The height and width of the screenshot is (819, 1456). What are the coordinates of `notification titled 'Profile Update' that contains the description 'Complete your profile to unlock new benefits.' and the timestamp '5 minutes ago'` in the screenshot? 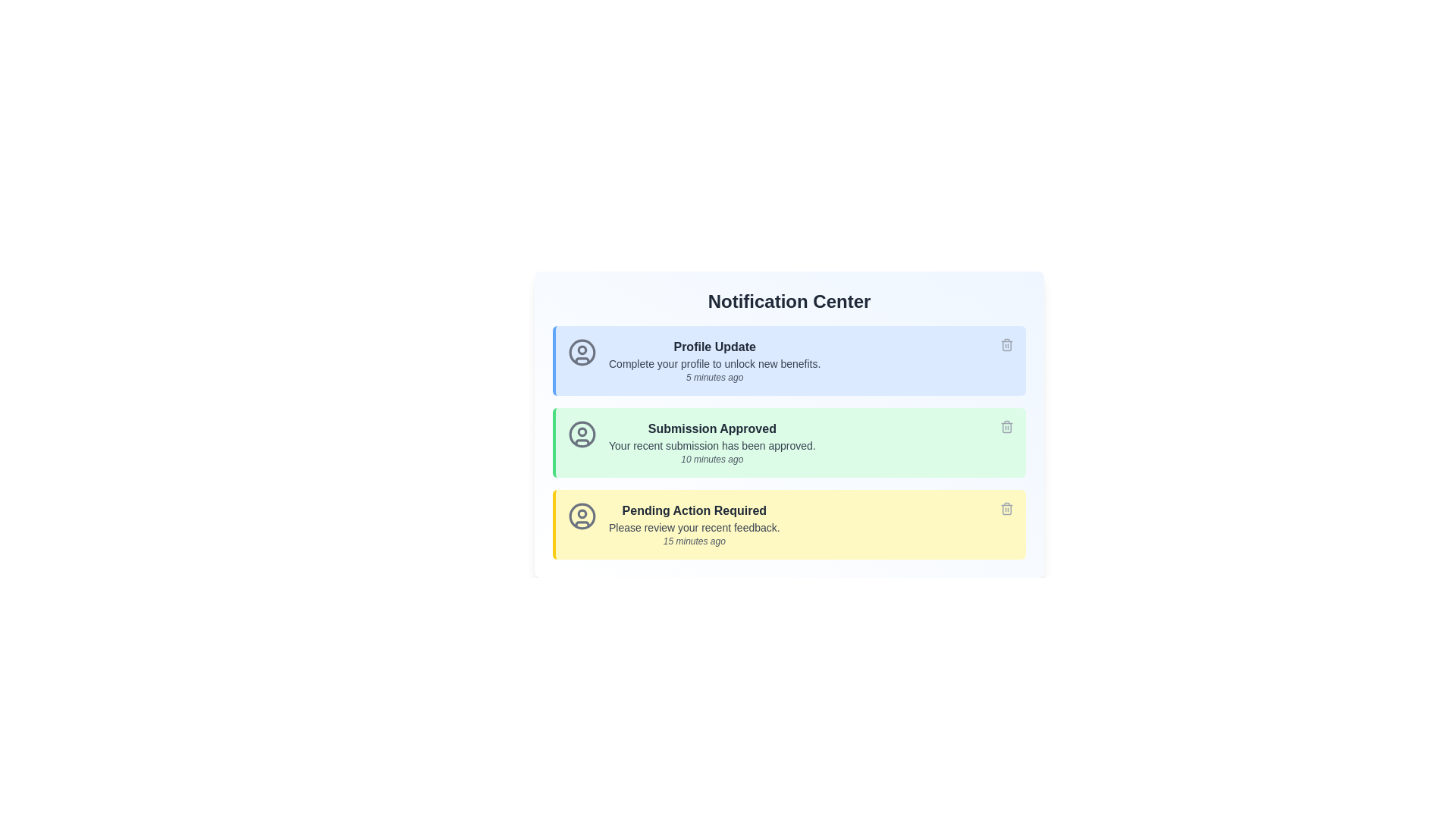 It's located at (714, 360).